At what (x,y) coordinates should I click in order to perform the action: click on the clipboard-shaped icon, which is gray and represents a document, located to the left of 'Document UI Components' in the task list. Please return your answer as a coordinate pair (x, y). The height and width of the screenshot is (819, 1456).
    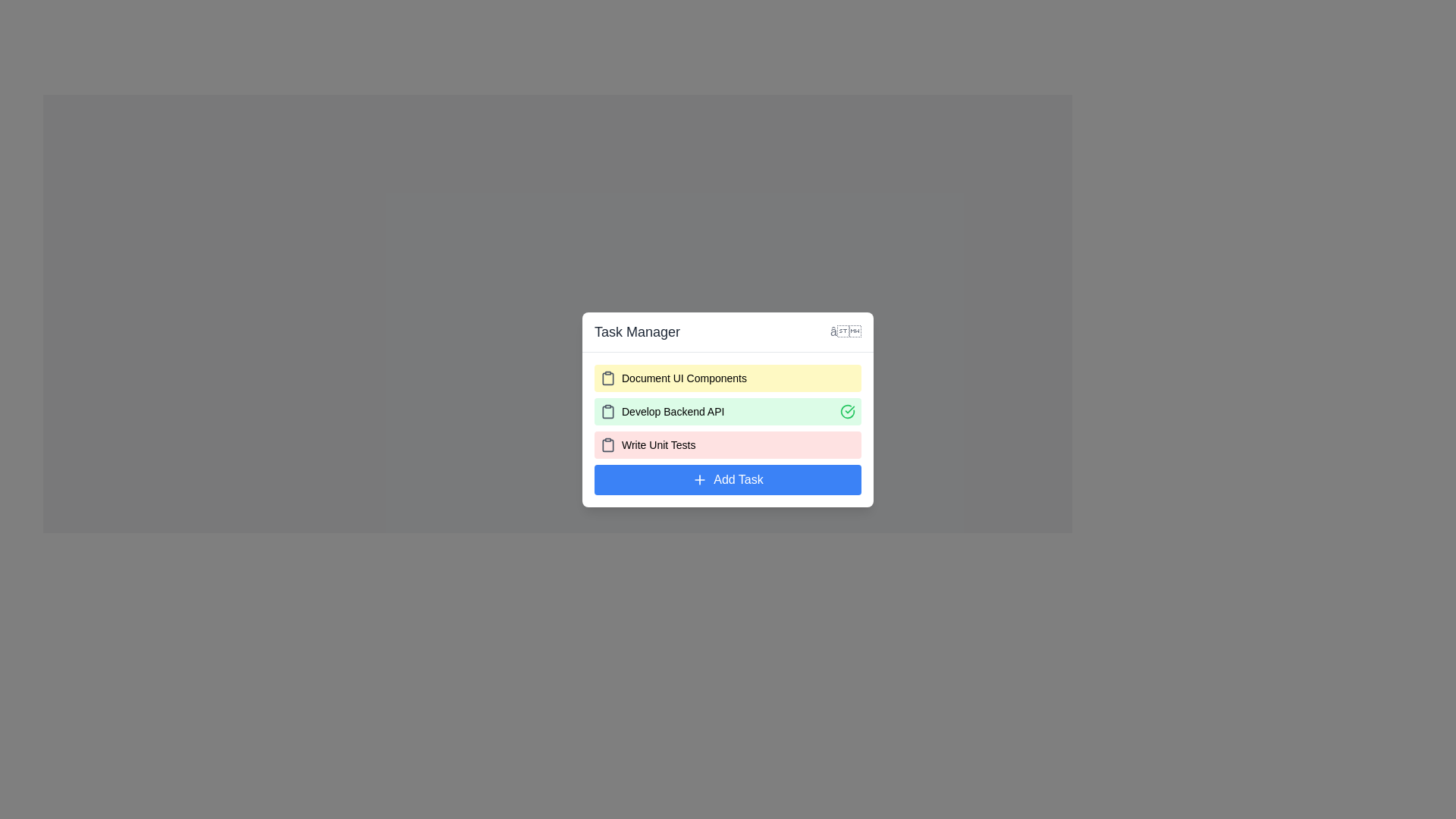
    Looking at the image, I should click on (607, 376).